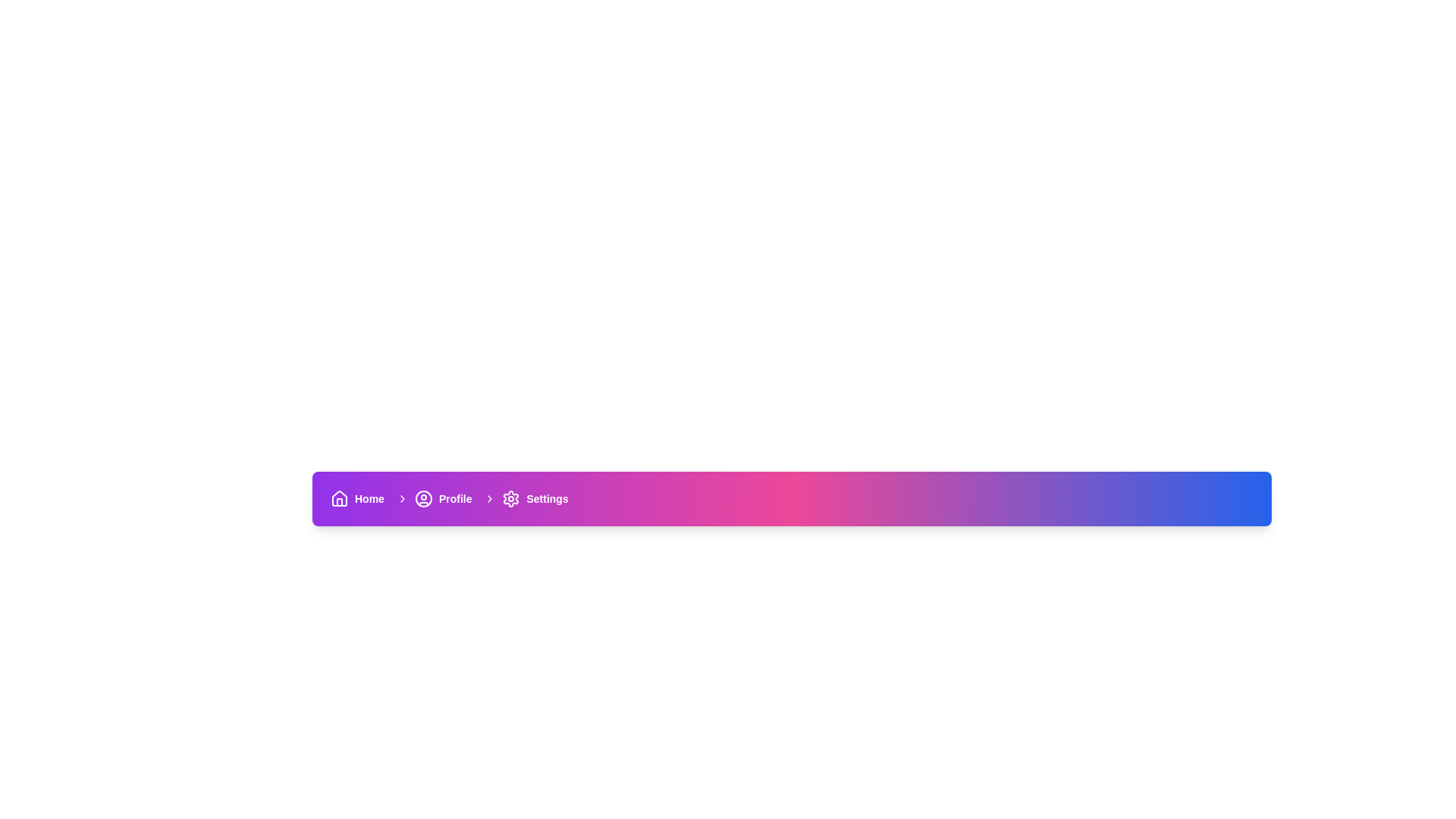 This screenshot has width=1456, height=819. I want to click on the 'Home' icon, which is a minimalistic vector graphic of a house located in the bottom-right navigation bar, so click(338, 497).